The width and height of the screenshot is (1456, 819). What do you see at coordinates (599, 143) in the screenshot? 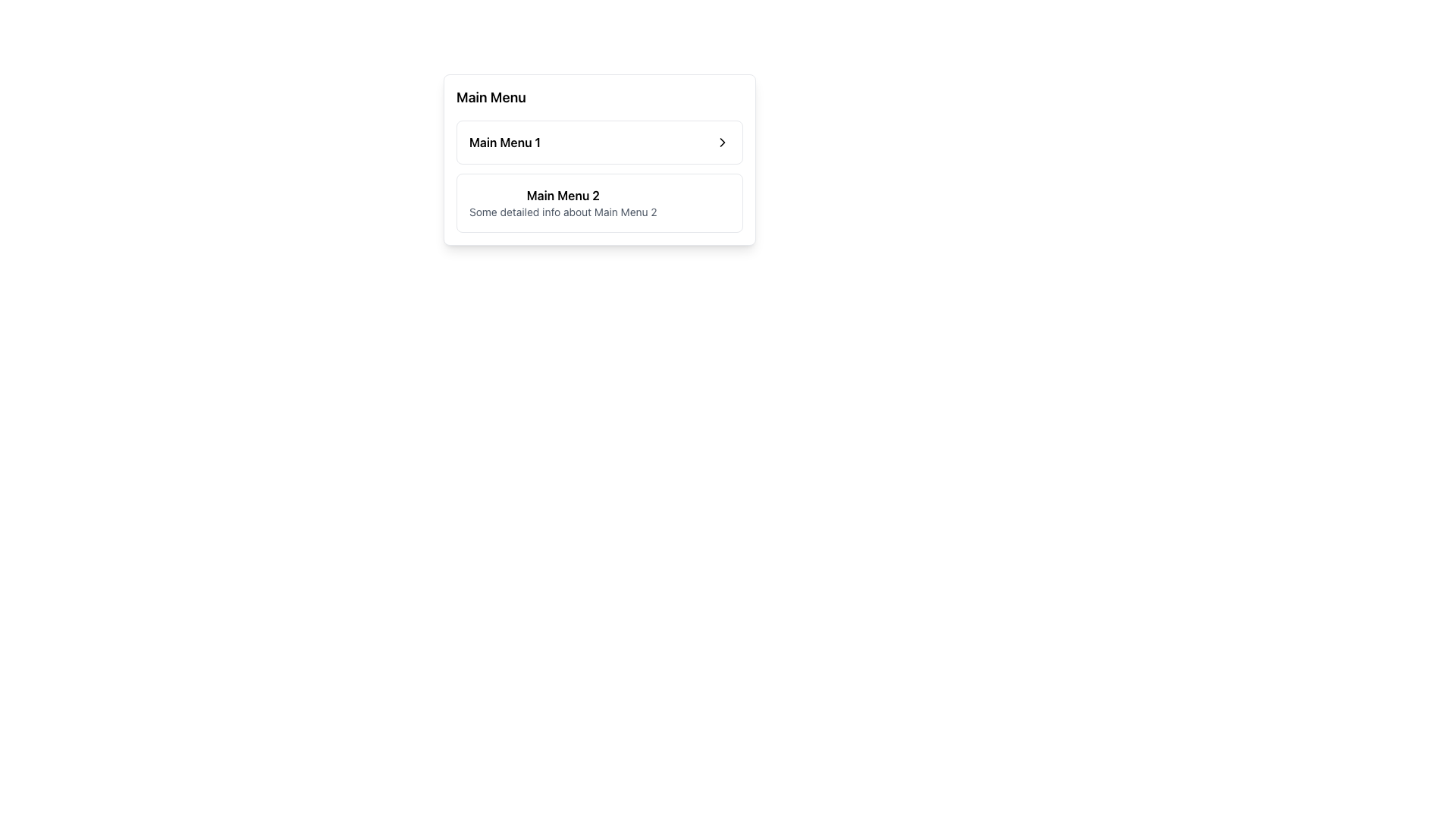
I see `the first menu option in the list that leads to 'Main Menu 1'` at bounding box center [599, 143].